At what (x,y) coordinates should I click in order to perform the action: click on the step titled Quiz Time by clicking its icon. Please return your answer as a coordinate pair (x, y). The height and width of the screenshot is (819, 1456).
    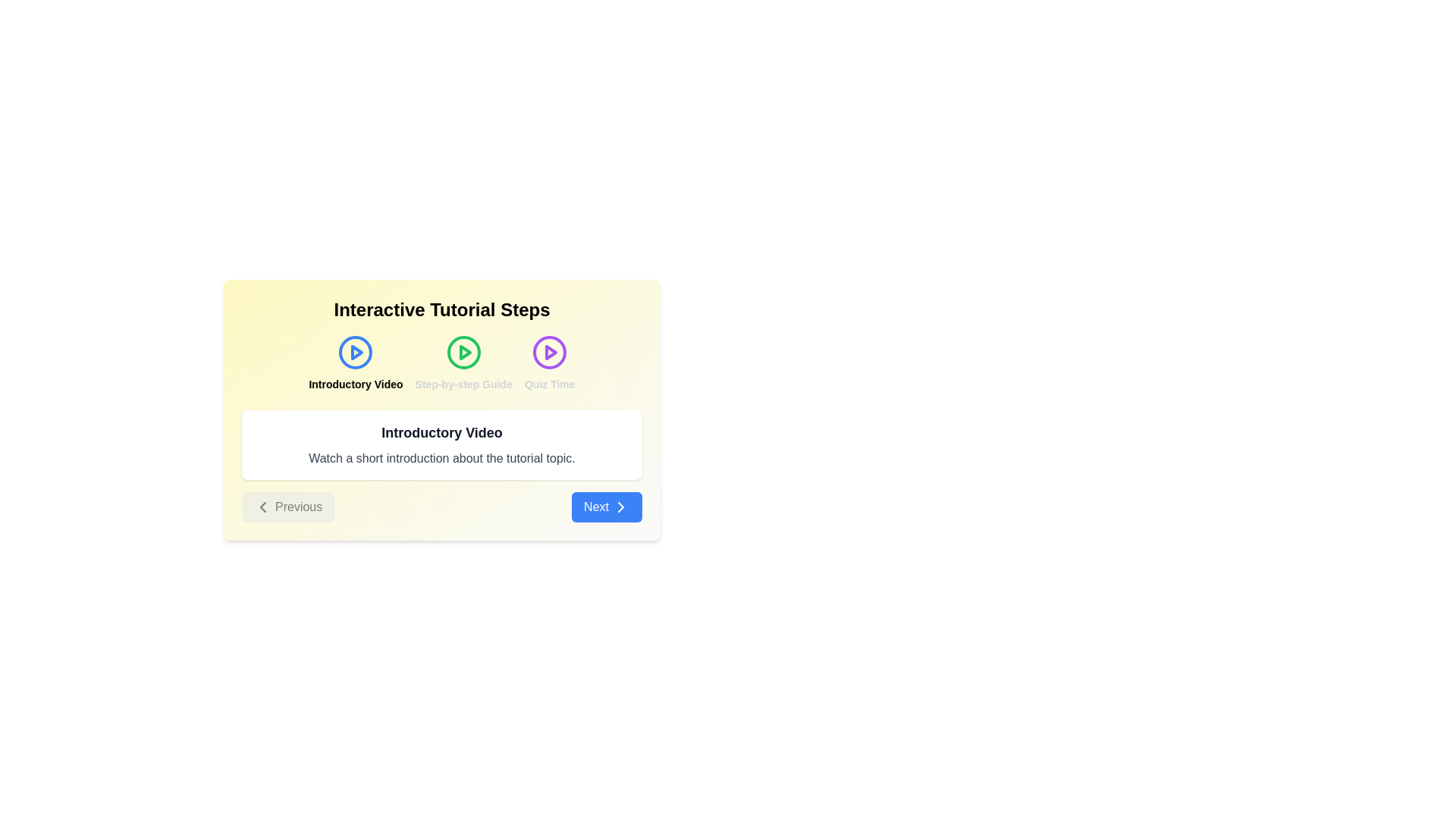
    Looking at the image, I should click on (548, 362).